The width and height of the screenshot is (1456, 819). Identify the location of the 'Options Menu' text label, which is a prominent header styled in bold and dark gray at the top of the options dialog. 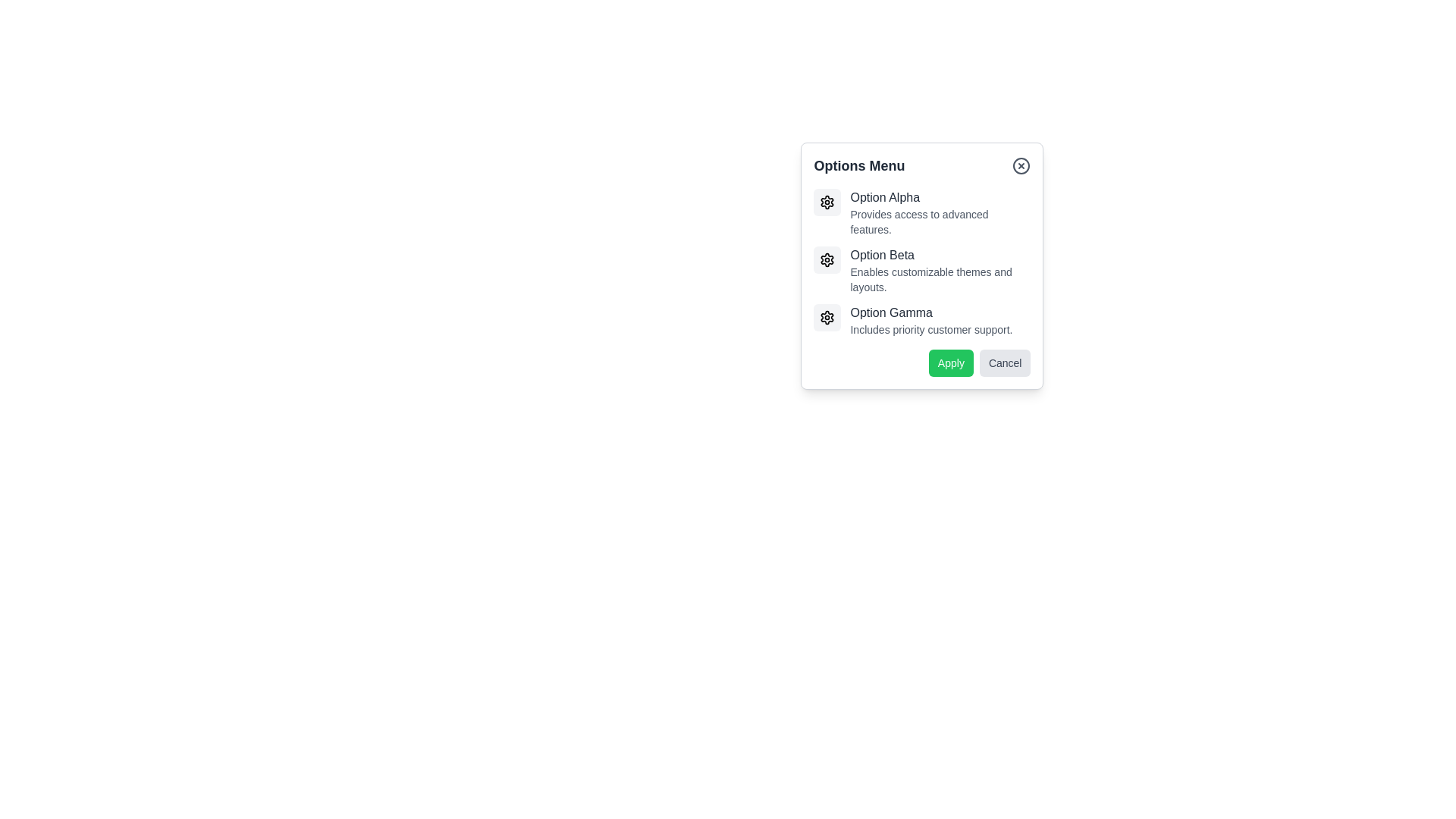
(859, 166).